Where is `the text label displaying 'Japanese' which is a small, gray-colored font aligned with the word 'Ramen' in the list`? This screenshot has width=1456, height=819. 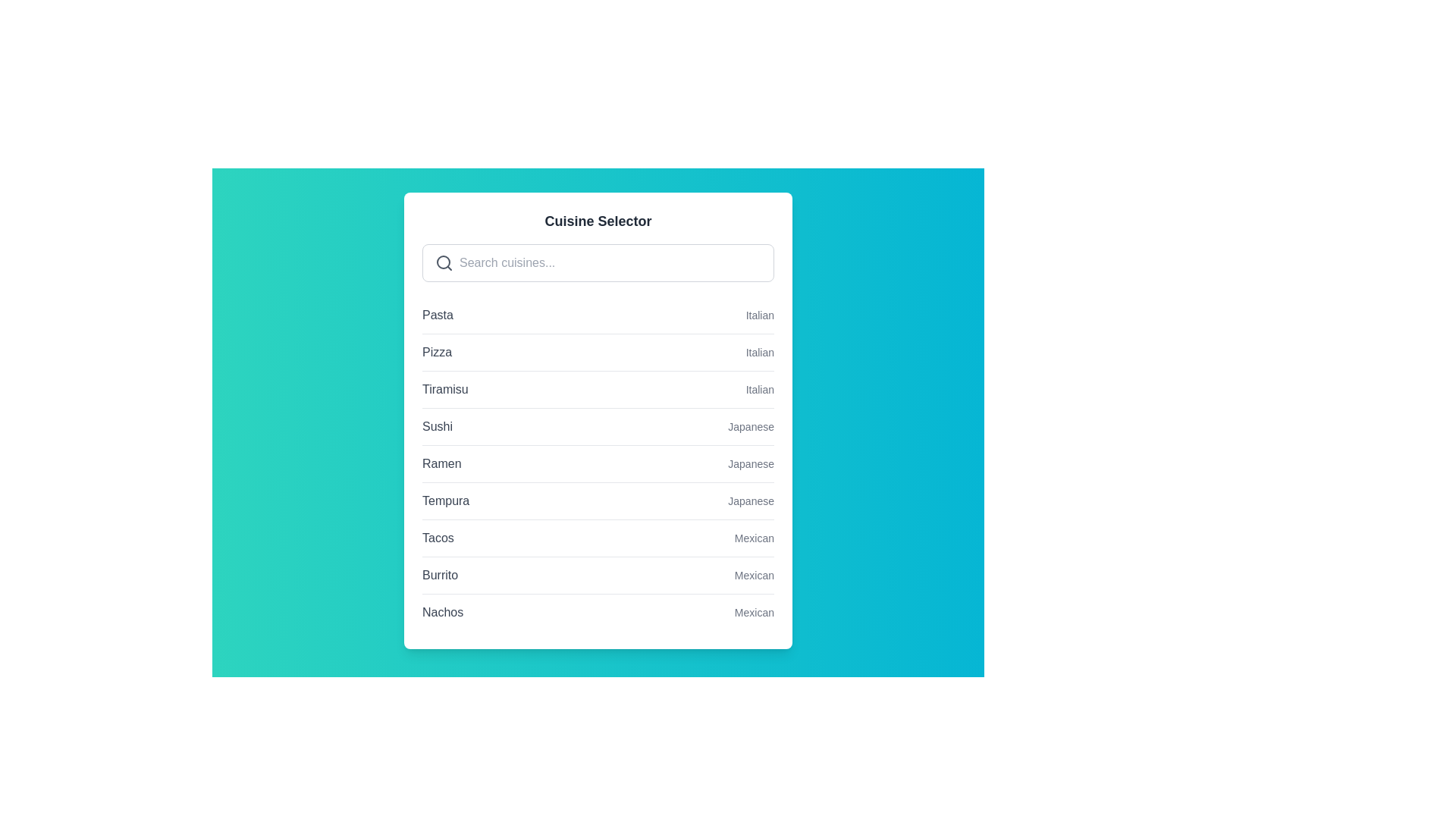
the text label displaying 'Japanese' which is a small, gray-colored font aligned with the word 'Ramen' in the list is located at coordinates (751, 463).